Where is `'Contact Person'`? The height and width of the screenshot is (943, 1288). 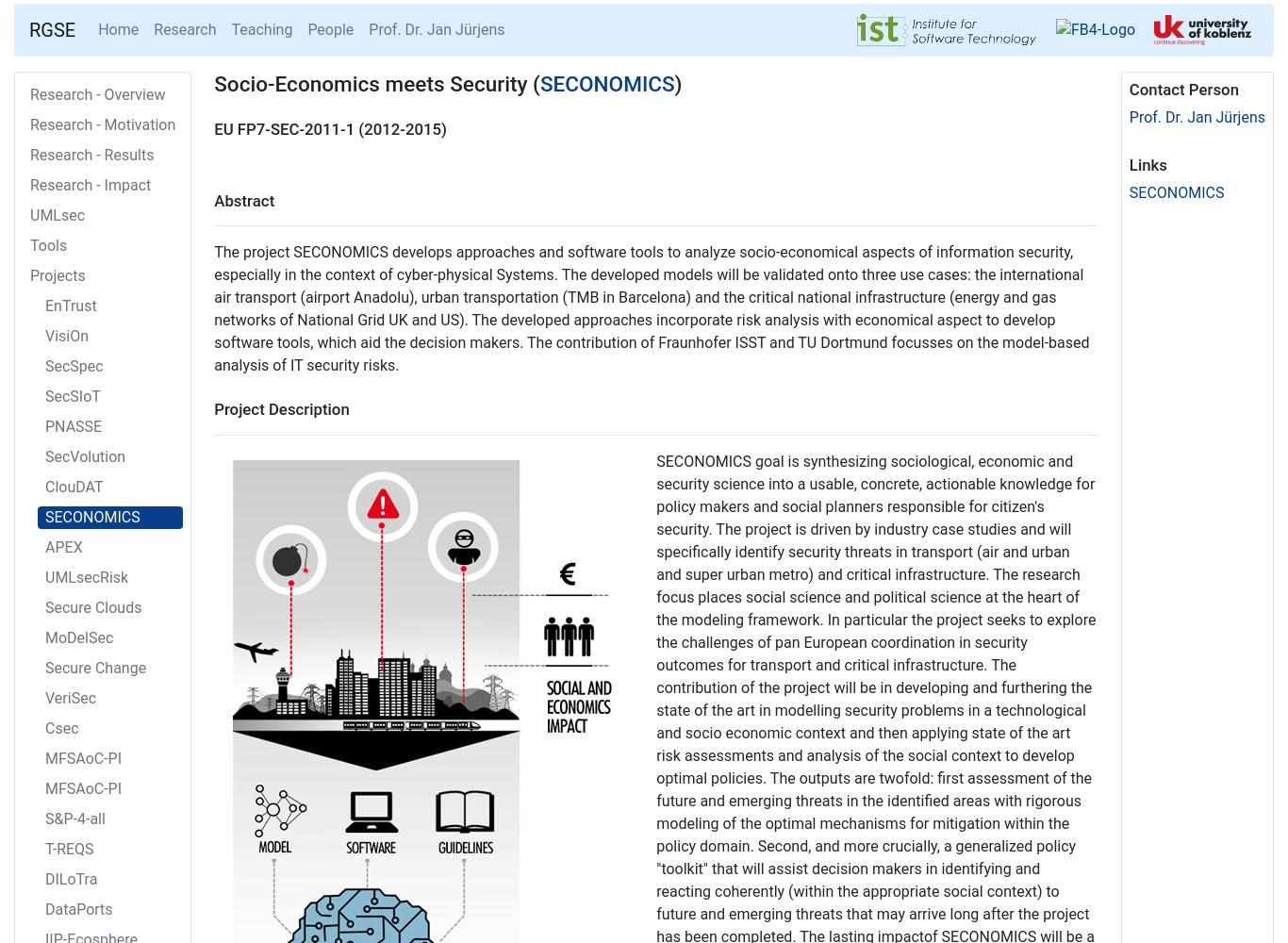 'Contact Person' is located at coordinates (1181, 89).